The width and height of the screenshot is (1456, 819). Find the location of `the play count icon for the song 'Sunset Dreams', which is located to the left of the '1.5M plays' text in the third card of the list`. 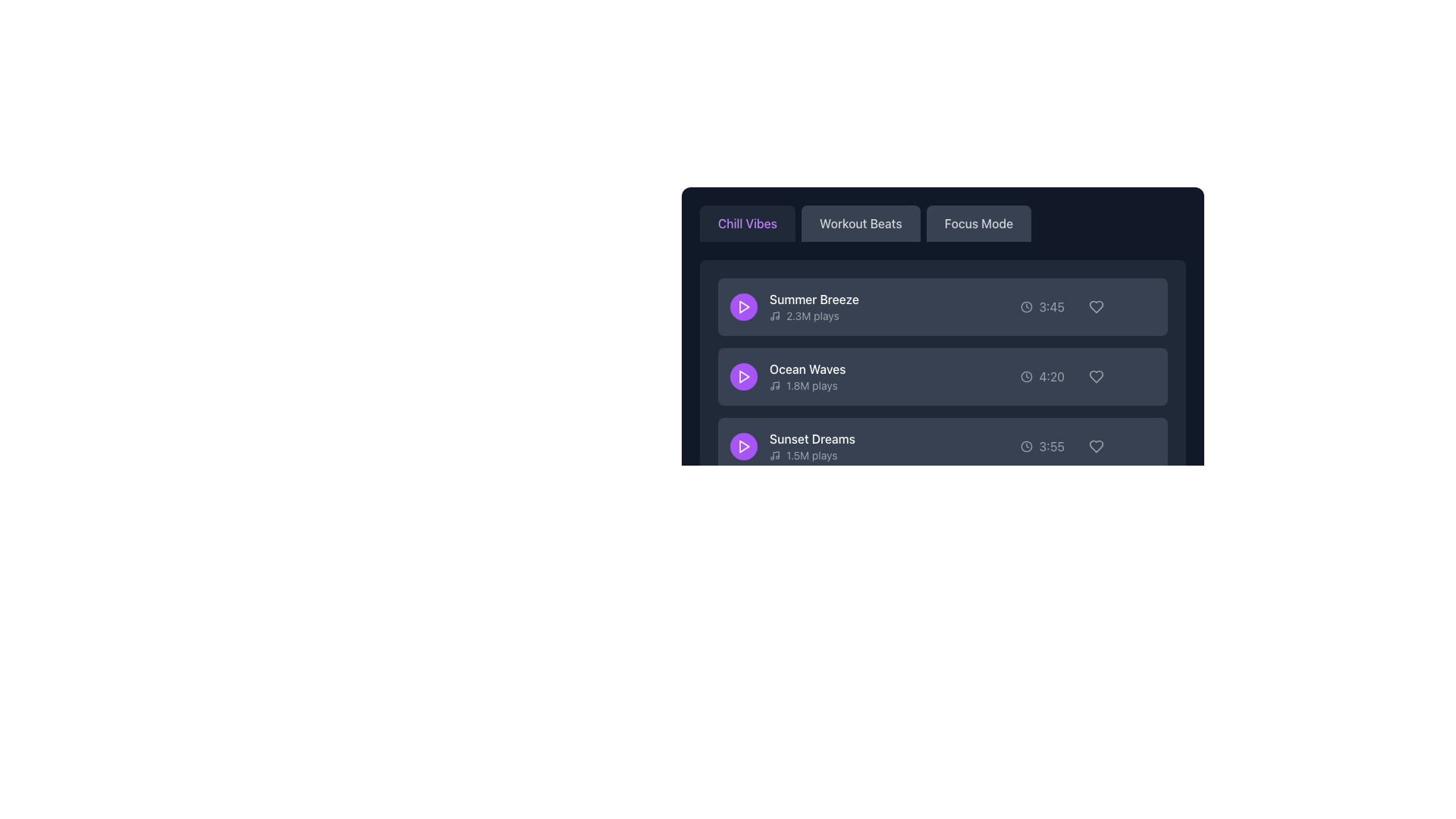

the play count icon for the song 'Sunset Dreams', which is located to the left of the '1.5M plays' text in the third card of the list is located at coordinates (775, 455).